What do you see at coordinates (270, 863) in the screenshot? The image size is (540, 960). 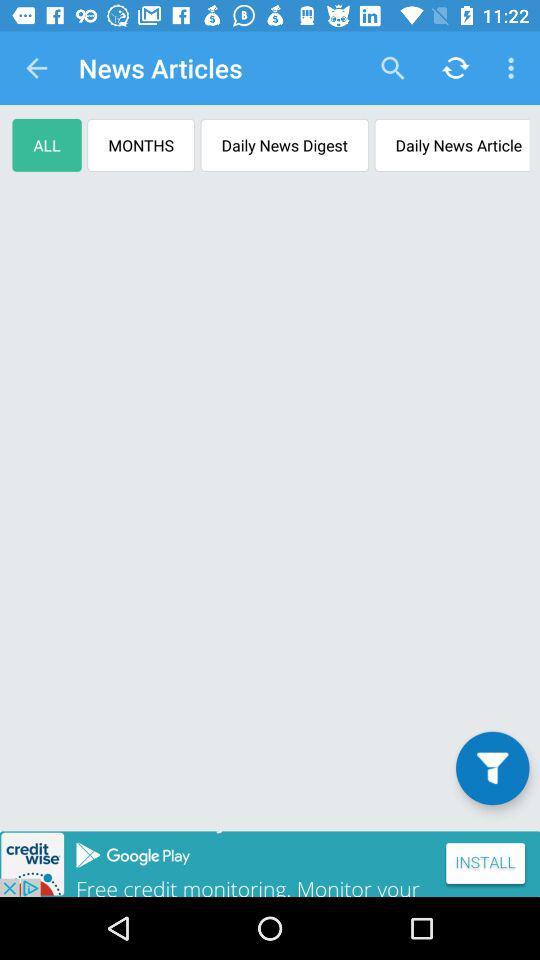 I see `advertisement` at bounding box center [270, 863].